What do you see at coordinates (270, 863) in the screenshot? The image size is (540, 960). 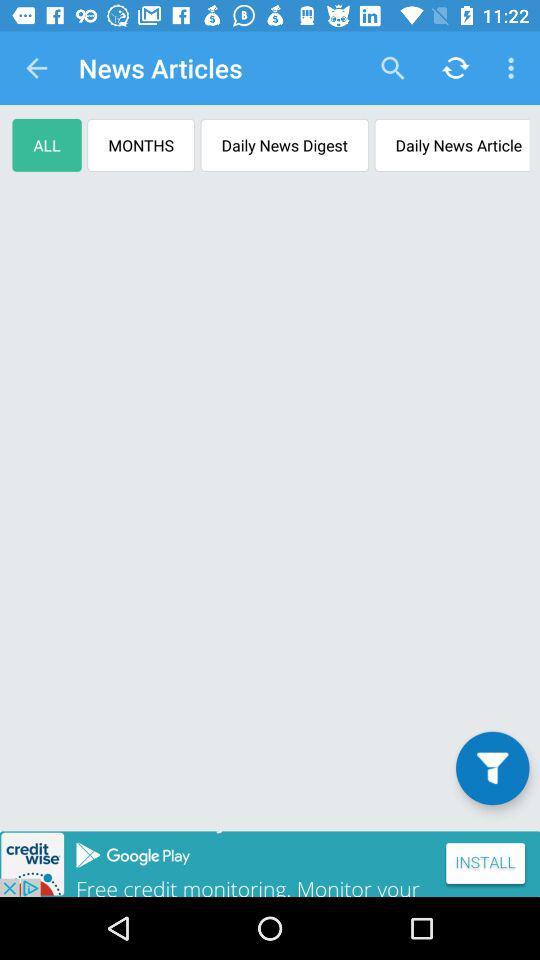 I see `advertisement` at bounding box center [270, 863].